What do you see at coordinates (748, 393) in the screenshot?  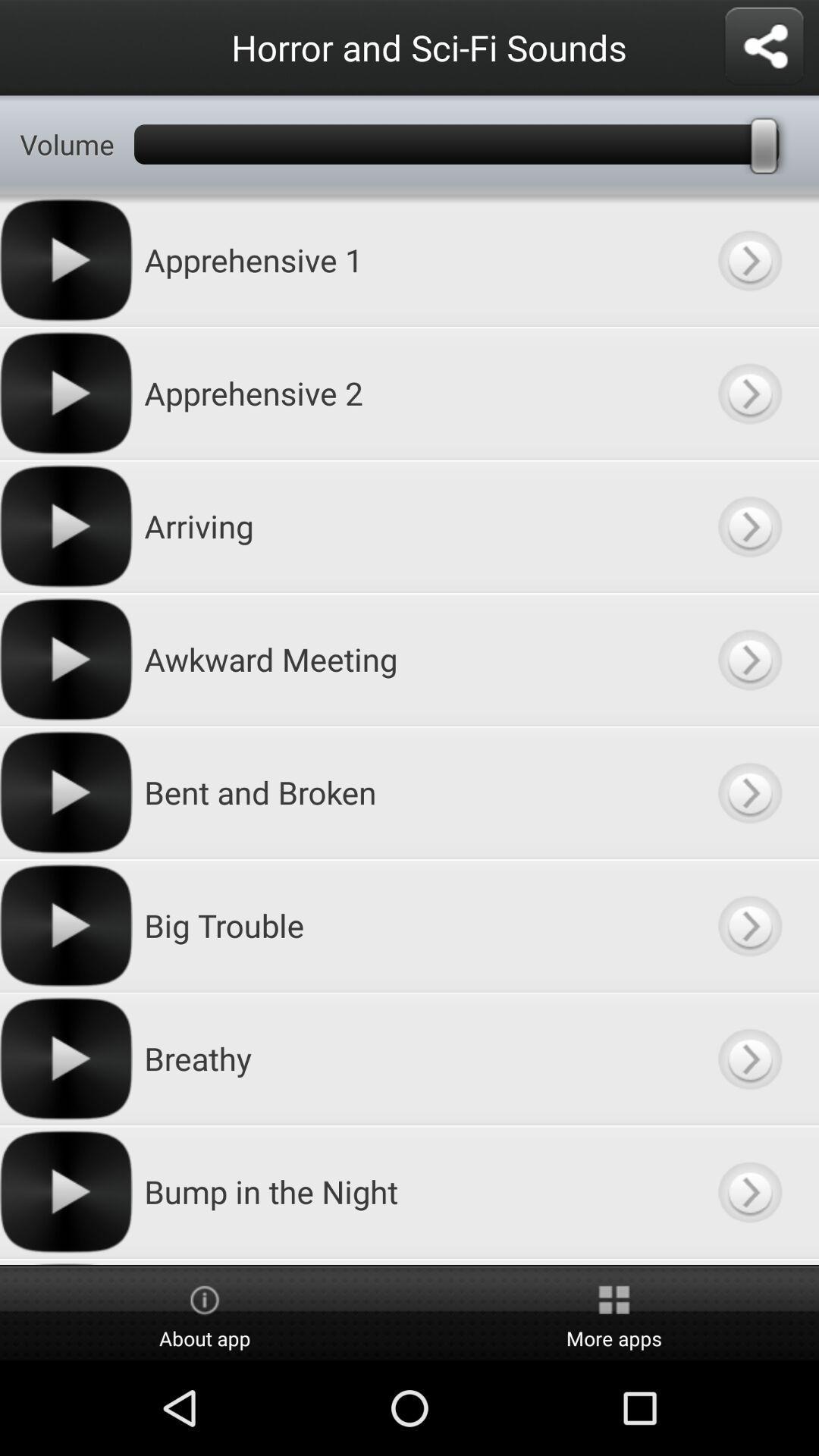 I see `soundbite` at bounding box center [748, 393].